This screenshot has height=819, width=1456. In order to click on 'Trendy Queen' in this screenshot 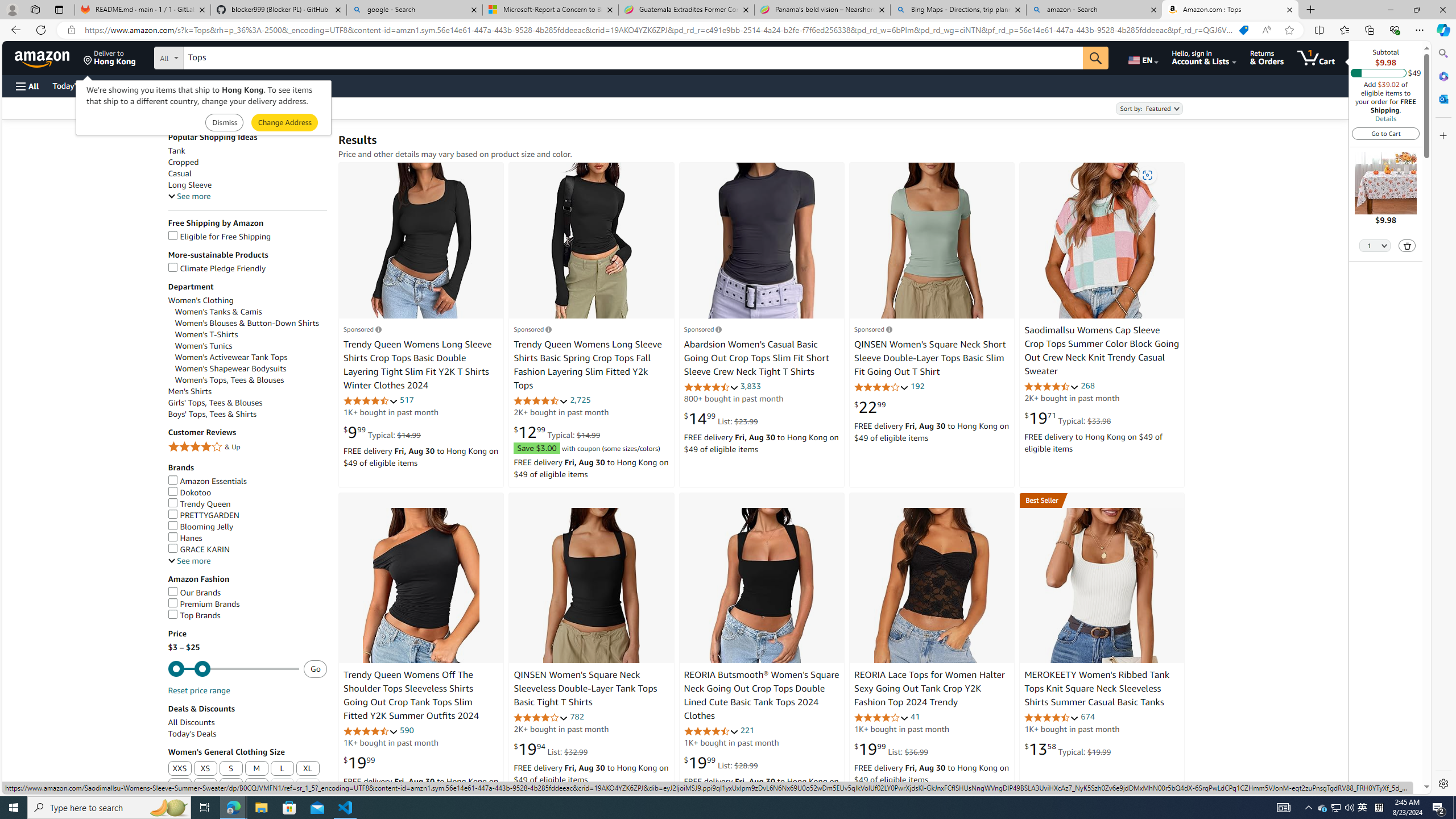, I will do `click(199, 503)`.